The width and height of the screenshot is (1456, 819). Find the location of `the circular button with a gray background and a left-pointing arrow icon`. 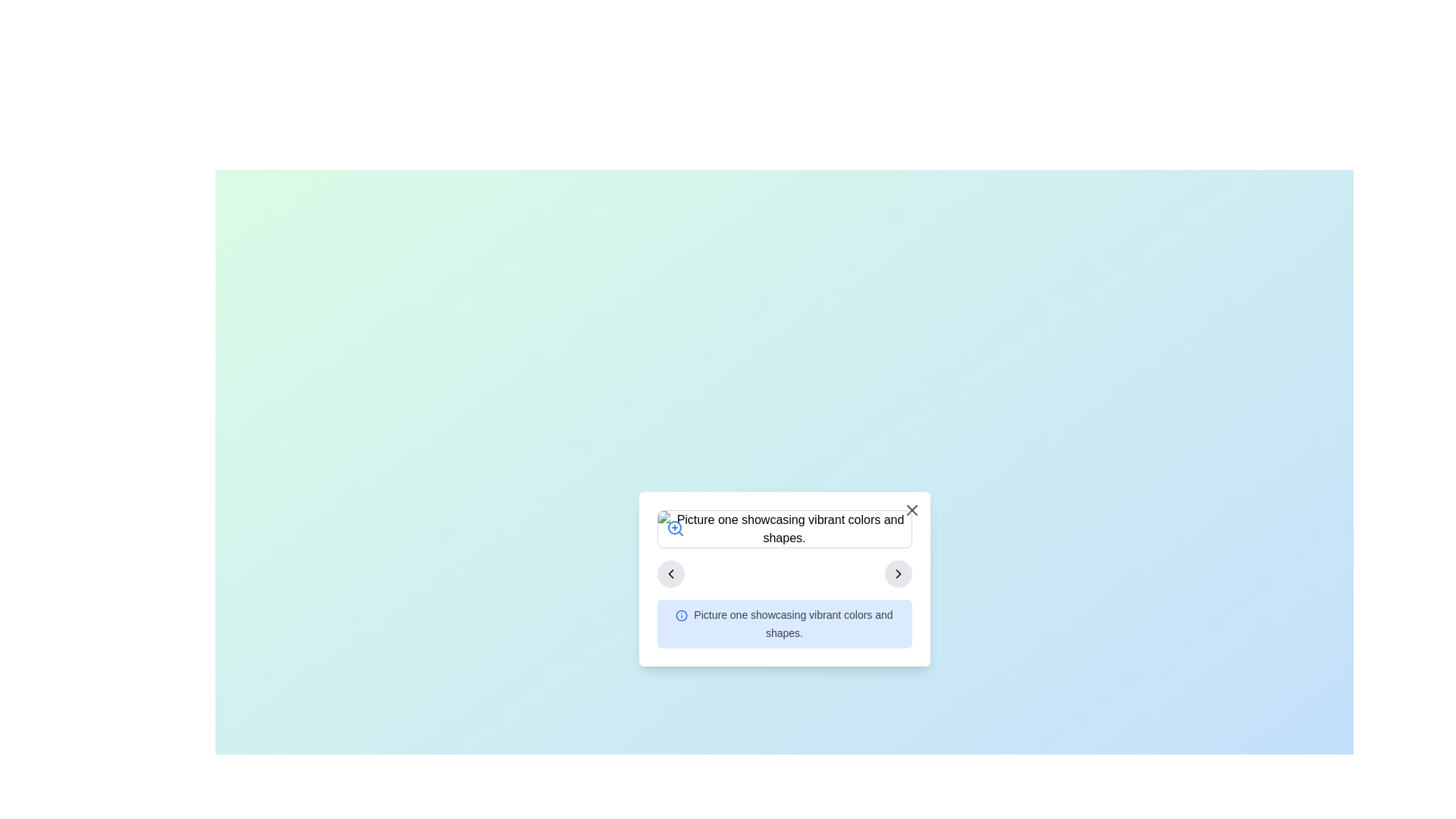

the circular button with a gray background and a left-pointing arrow icon is located at coordinates (670, 573).